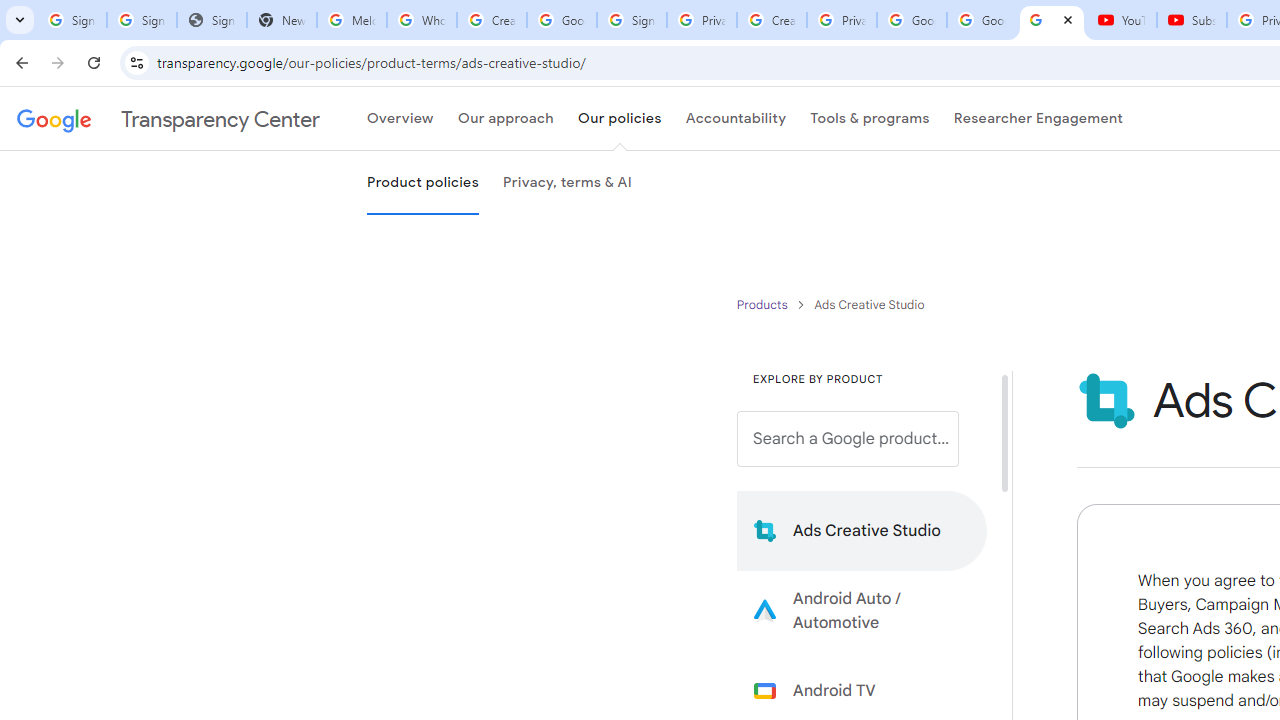  What do you see at coordinates (420, 20) in the screenshot?
I see `'Who is my administrator? - Google Account Help'` at bounding box center [420, 20].